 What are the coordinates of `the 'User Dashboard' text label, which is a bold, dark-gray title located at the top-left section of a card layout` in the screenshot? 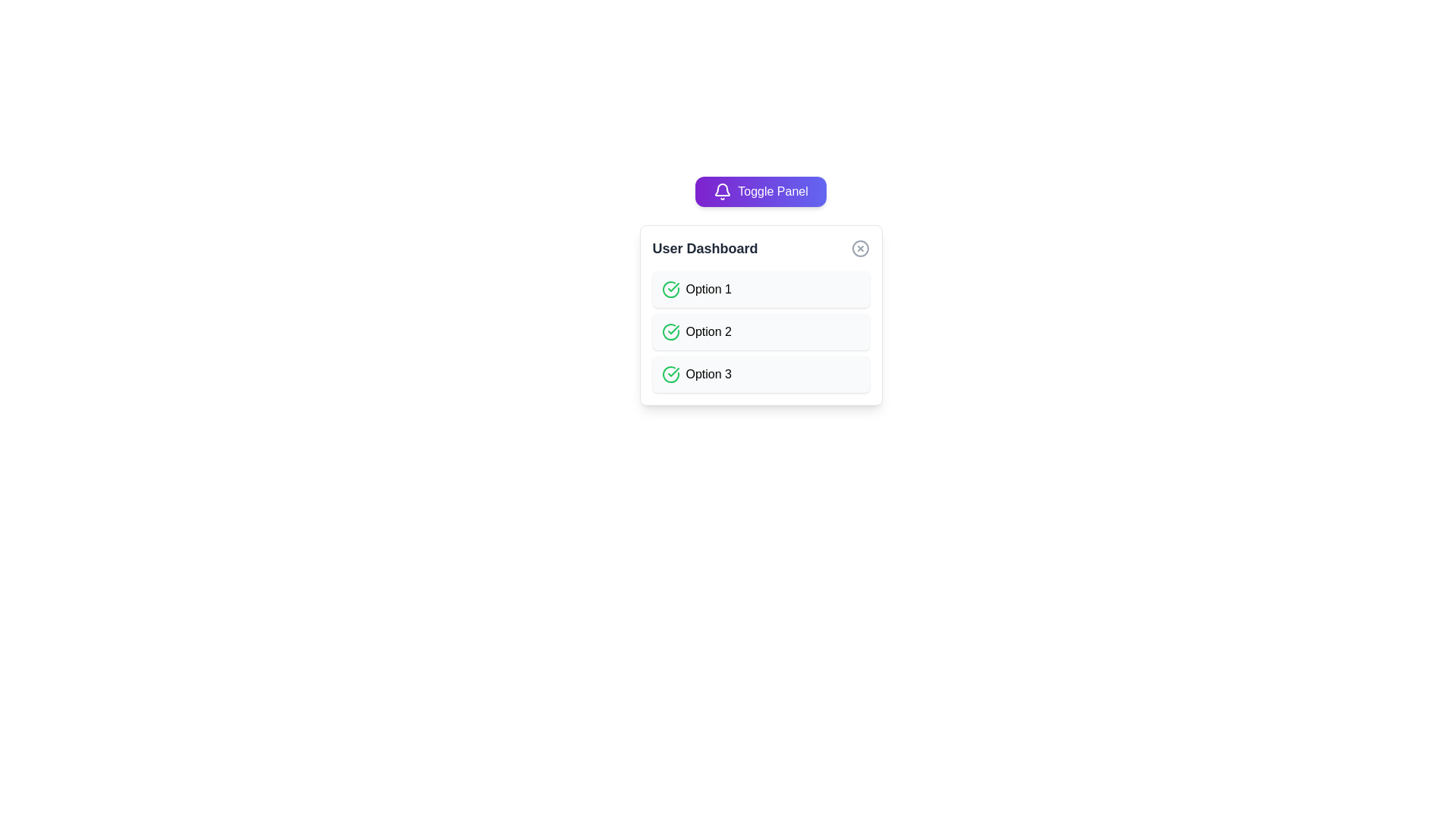 It's located at (704, 247).